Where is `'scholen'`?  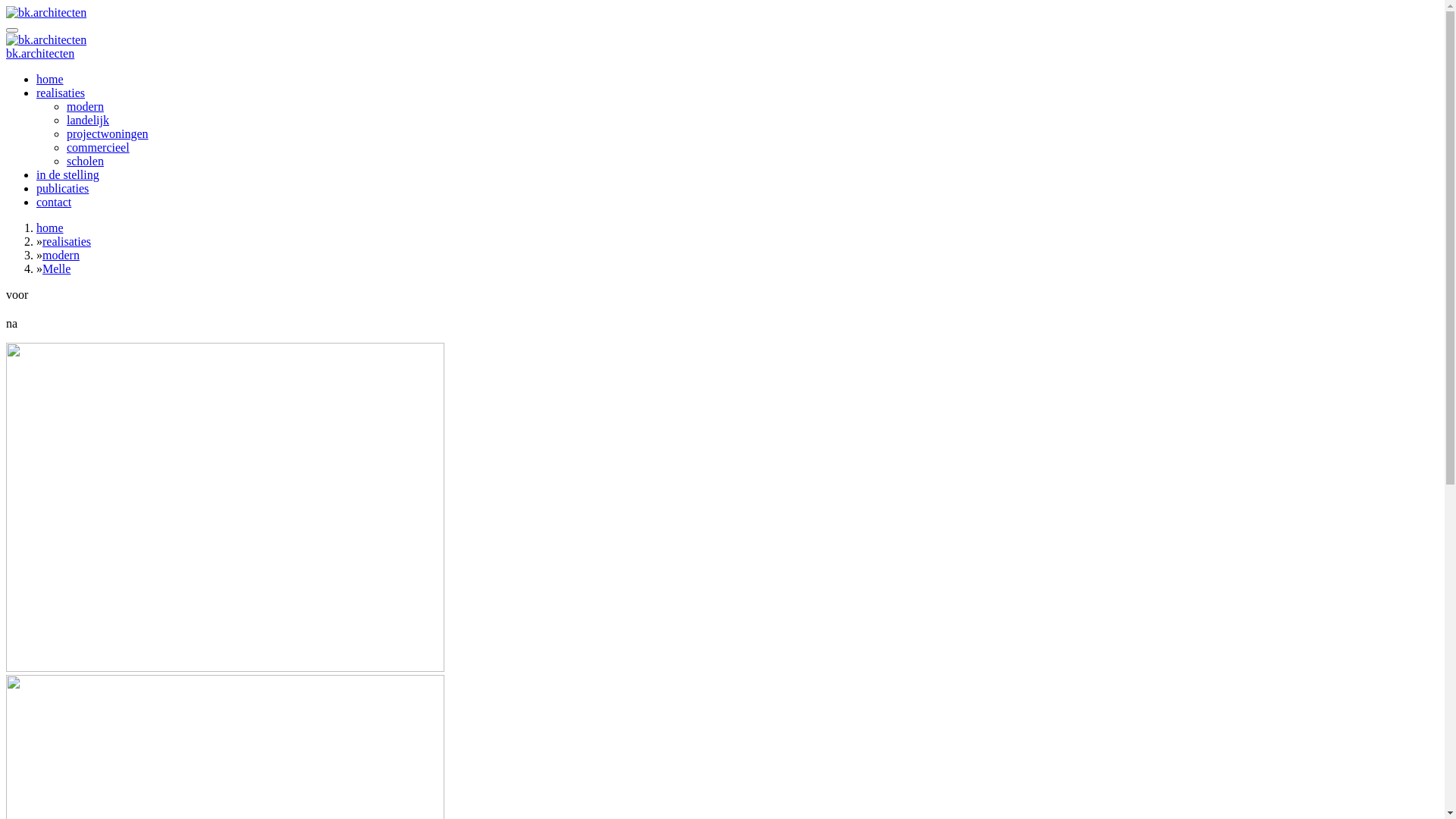
'scholen' is located at coordinates (65, 161).